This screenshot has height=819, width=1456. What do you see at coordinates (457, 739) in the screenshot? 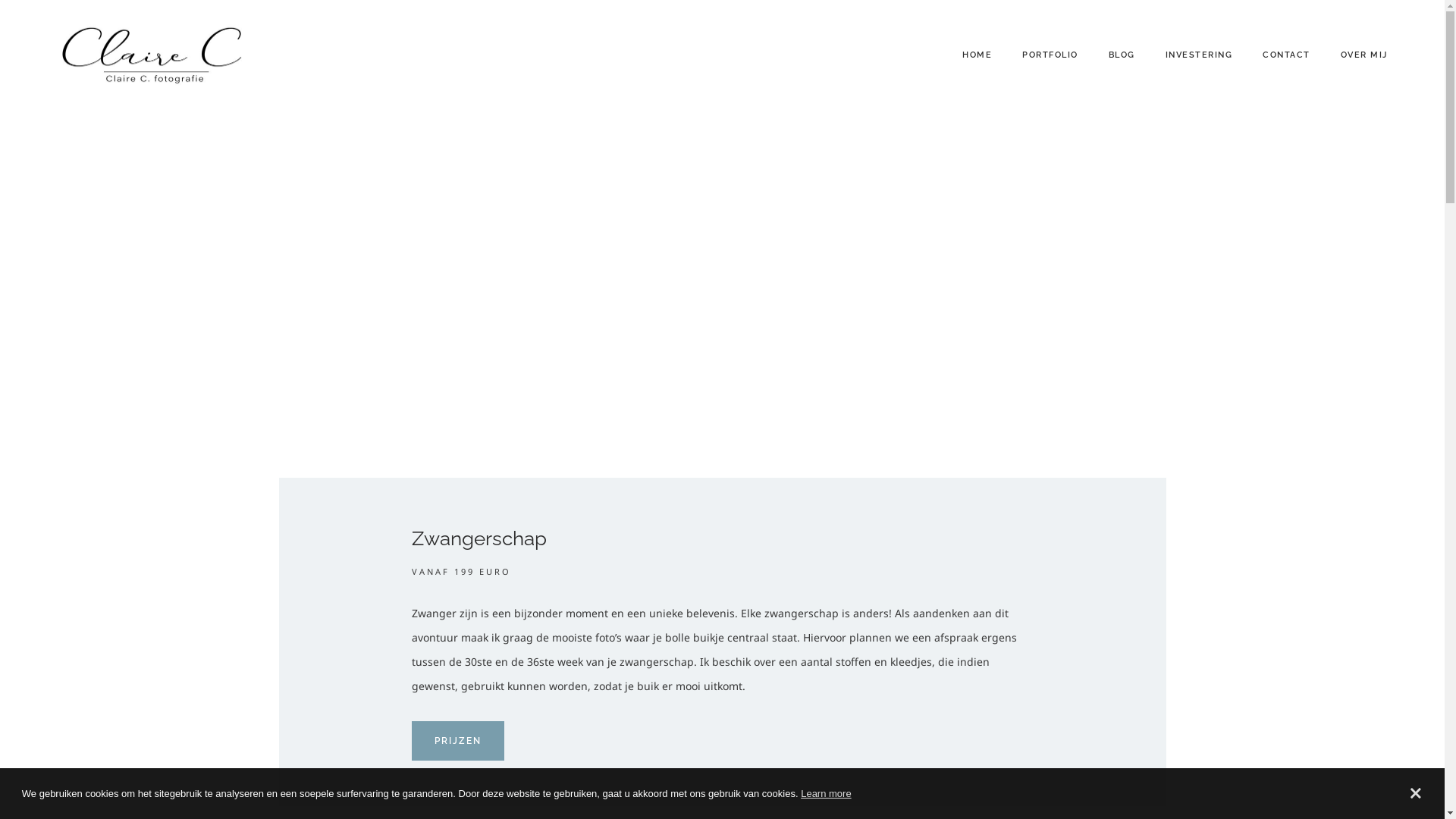
I see `'PRIJZEN'` at bounding box center [457, 739].